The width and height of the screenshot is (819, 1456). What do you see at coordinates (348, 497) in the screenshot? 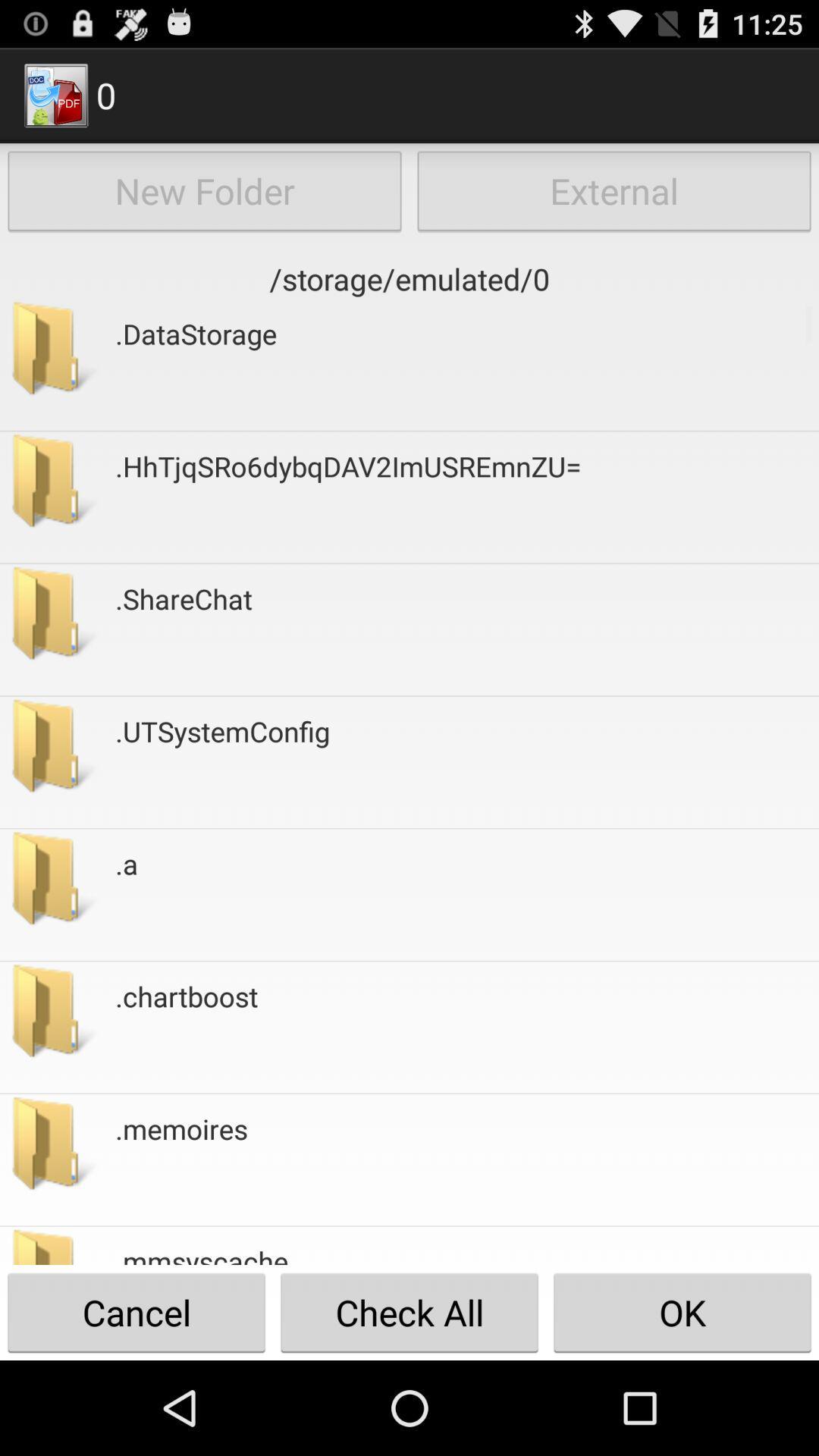
I see `the .hhtjqsro6dybqdav2imusremnzu= item` at bounding box center [348, 497].